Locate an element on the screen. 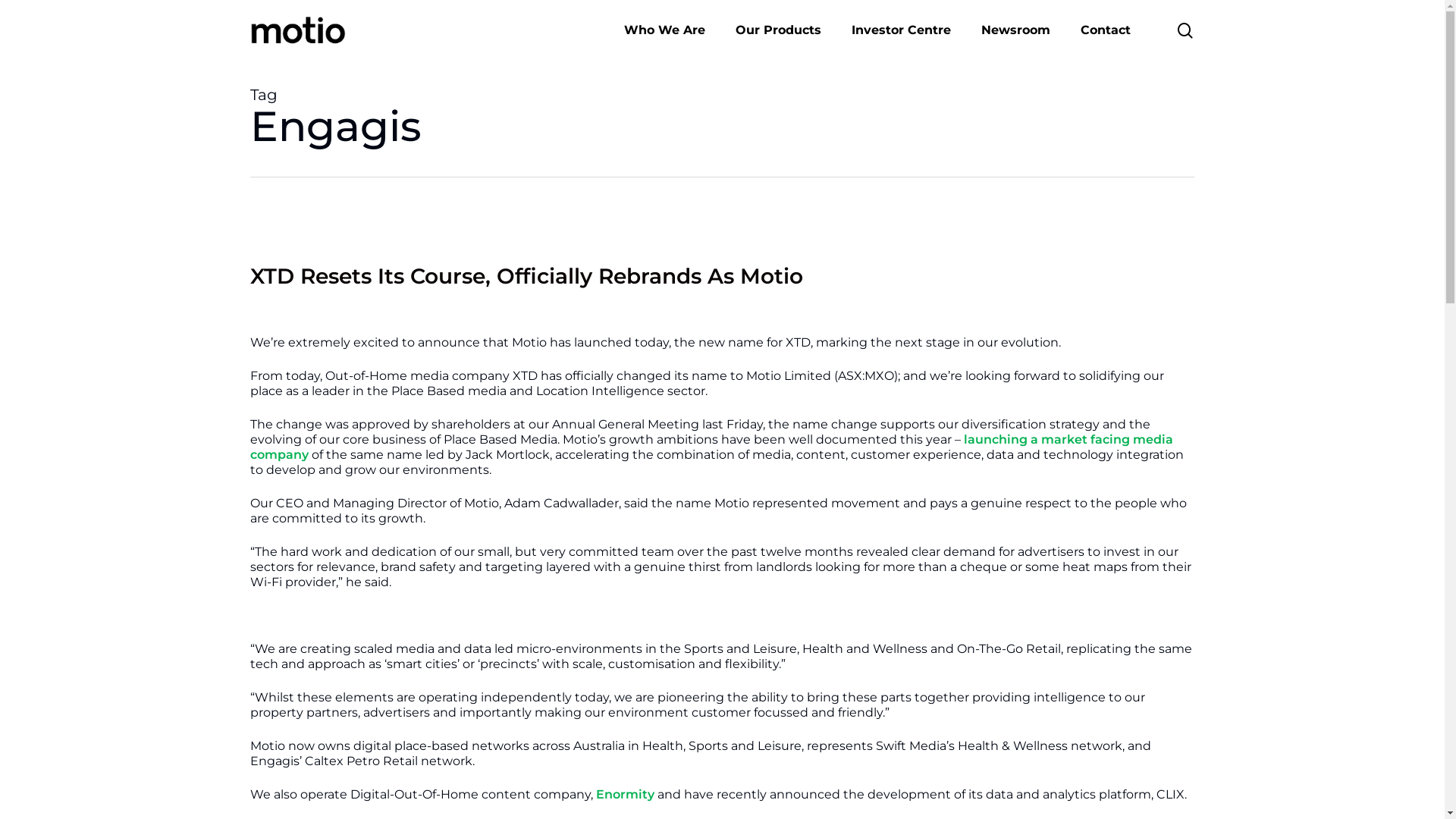  'search' is located at coordinates (1185, 30).